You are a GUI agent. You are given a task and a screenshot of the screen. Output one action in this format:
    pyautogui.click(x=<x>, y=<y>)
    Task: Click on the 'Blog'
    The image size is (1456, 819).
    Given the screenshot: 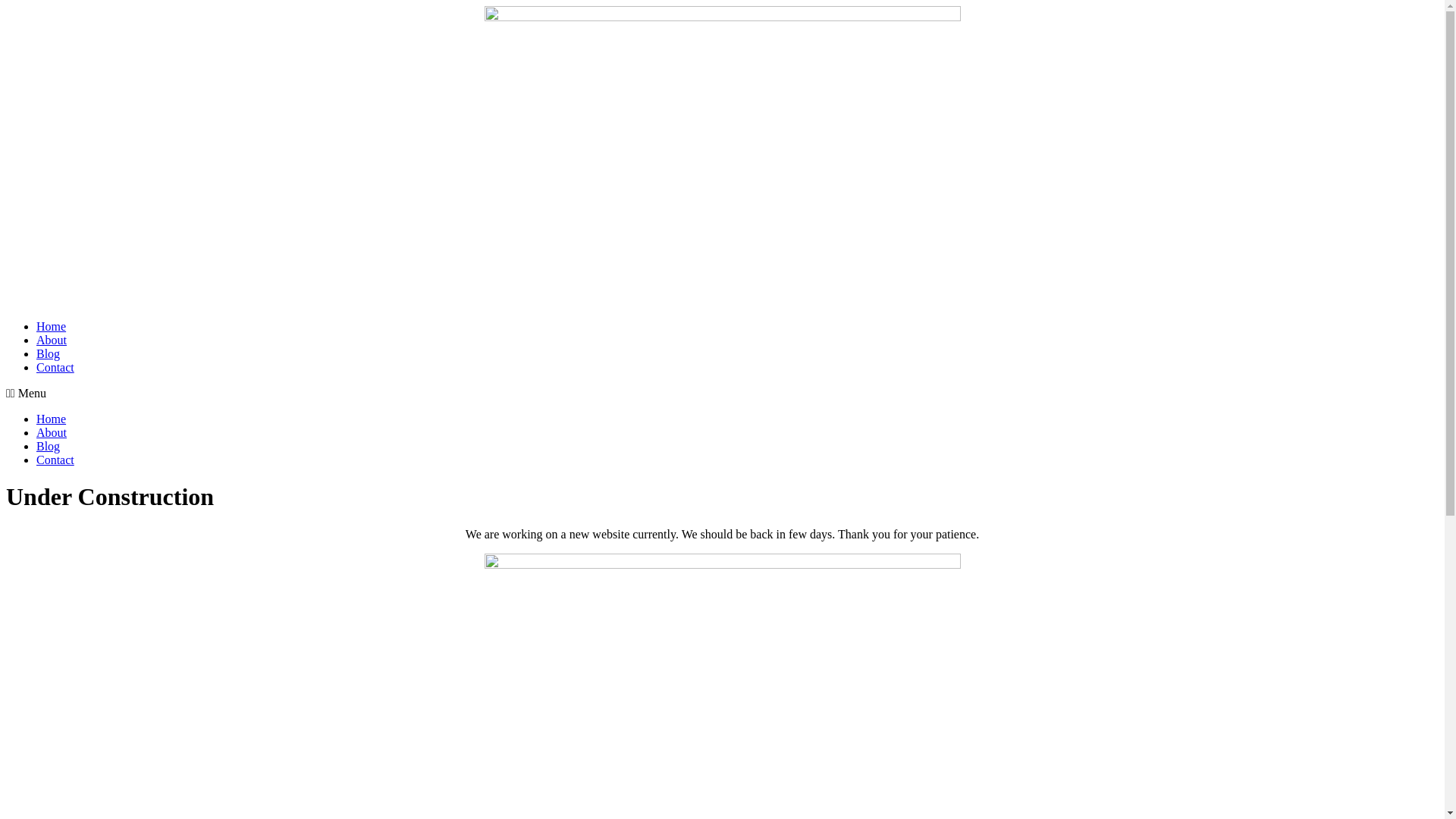 What is the action you would take?
    pyautogui.click(x=48, y=445)
    